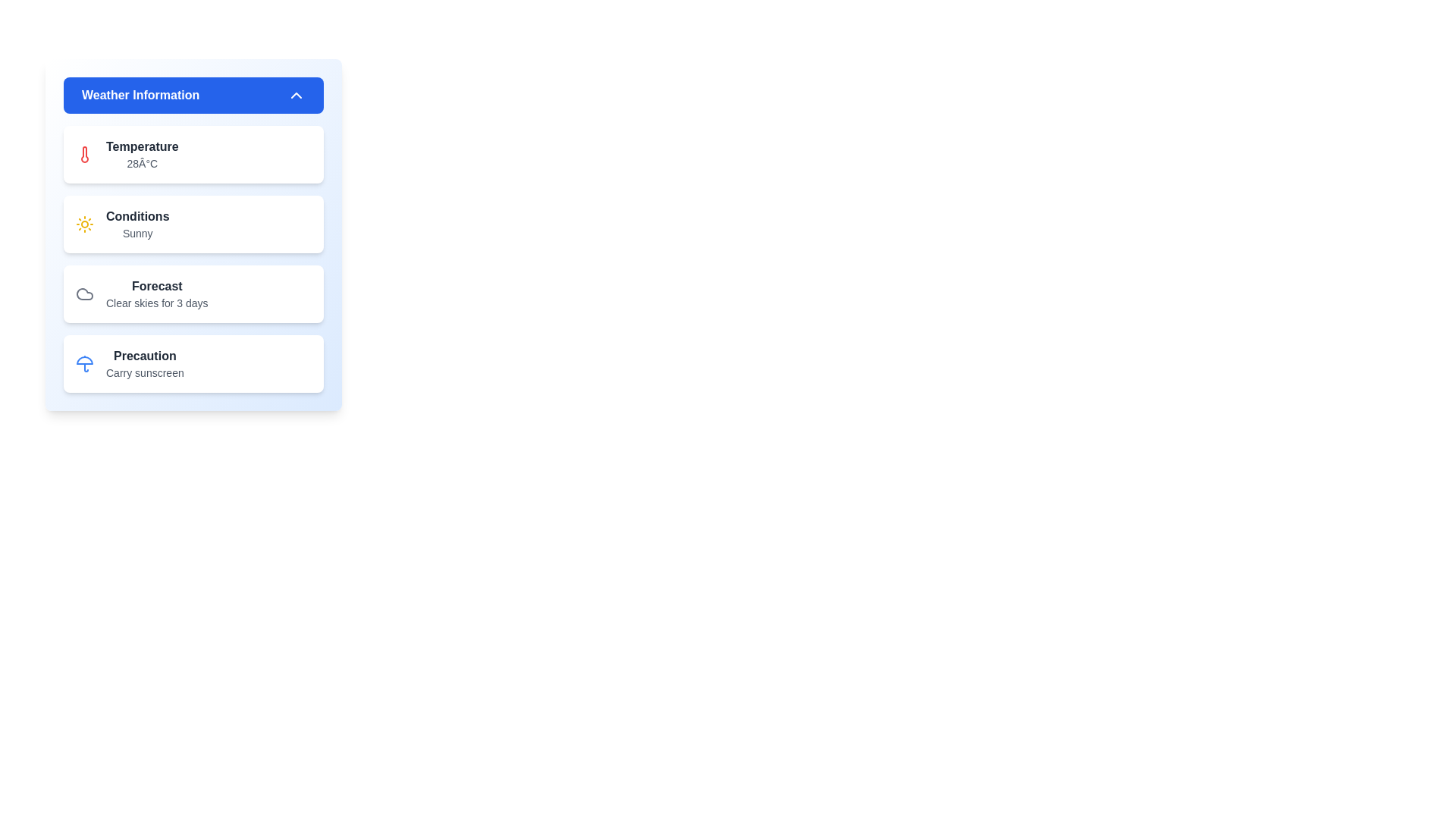  Describe the element at coordinates (83, 294) in the screenshot. I see `the cloud icon located to the left of the 'Forecast' text within the 'Weather Information' card` at that location.